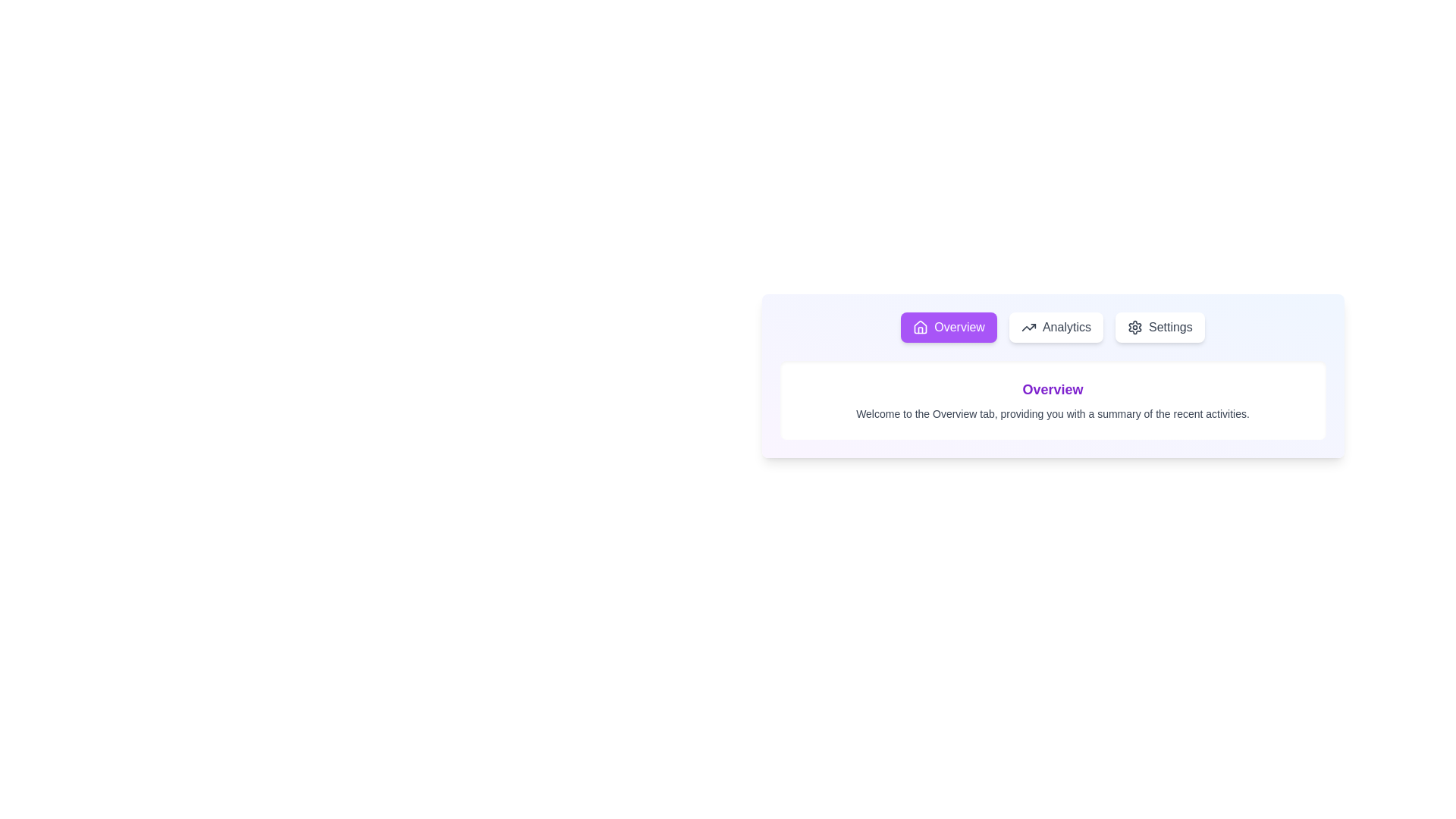 This screenshot has height=819, width=1456. I want to click on the third button in a row of three navigation buttons, so click(1159, 327).